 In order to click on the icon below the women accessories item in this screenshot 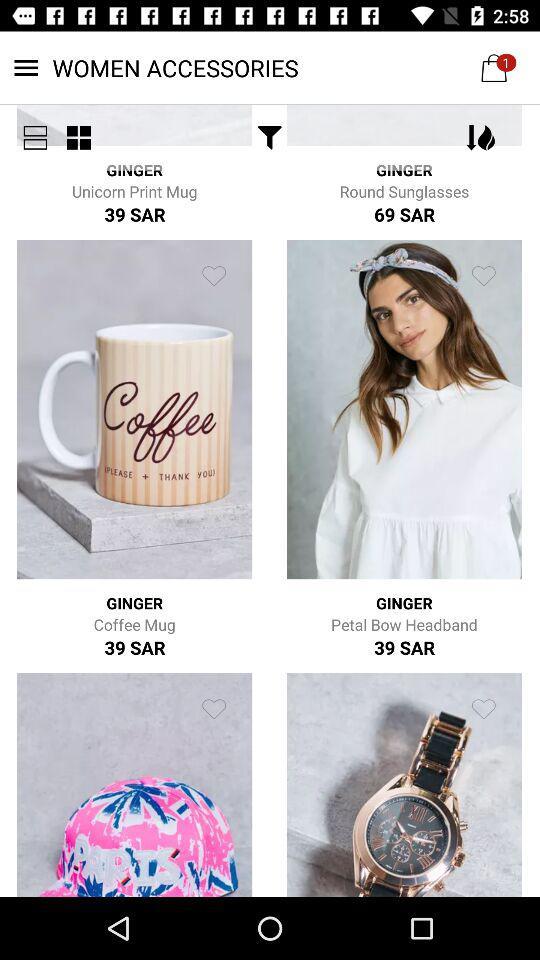, I will do `click(269, 136)`.